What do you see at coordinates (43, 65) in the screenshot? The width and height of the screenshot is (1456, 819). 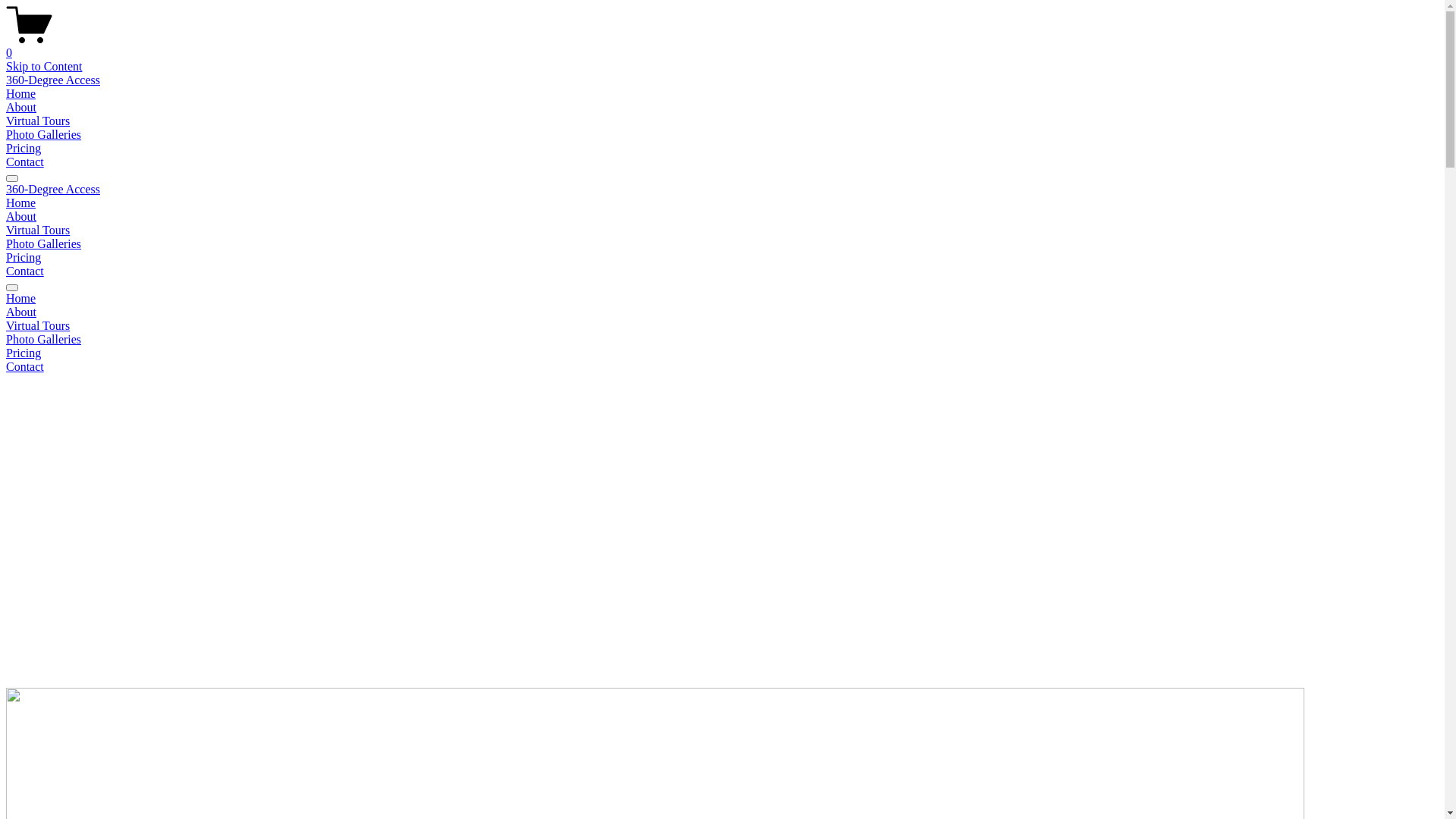 I see `'Skip to Content'` at bounding box center [43, 65].